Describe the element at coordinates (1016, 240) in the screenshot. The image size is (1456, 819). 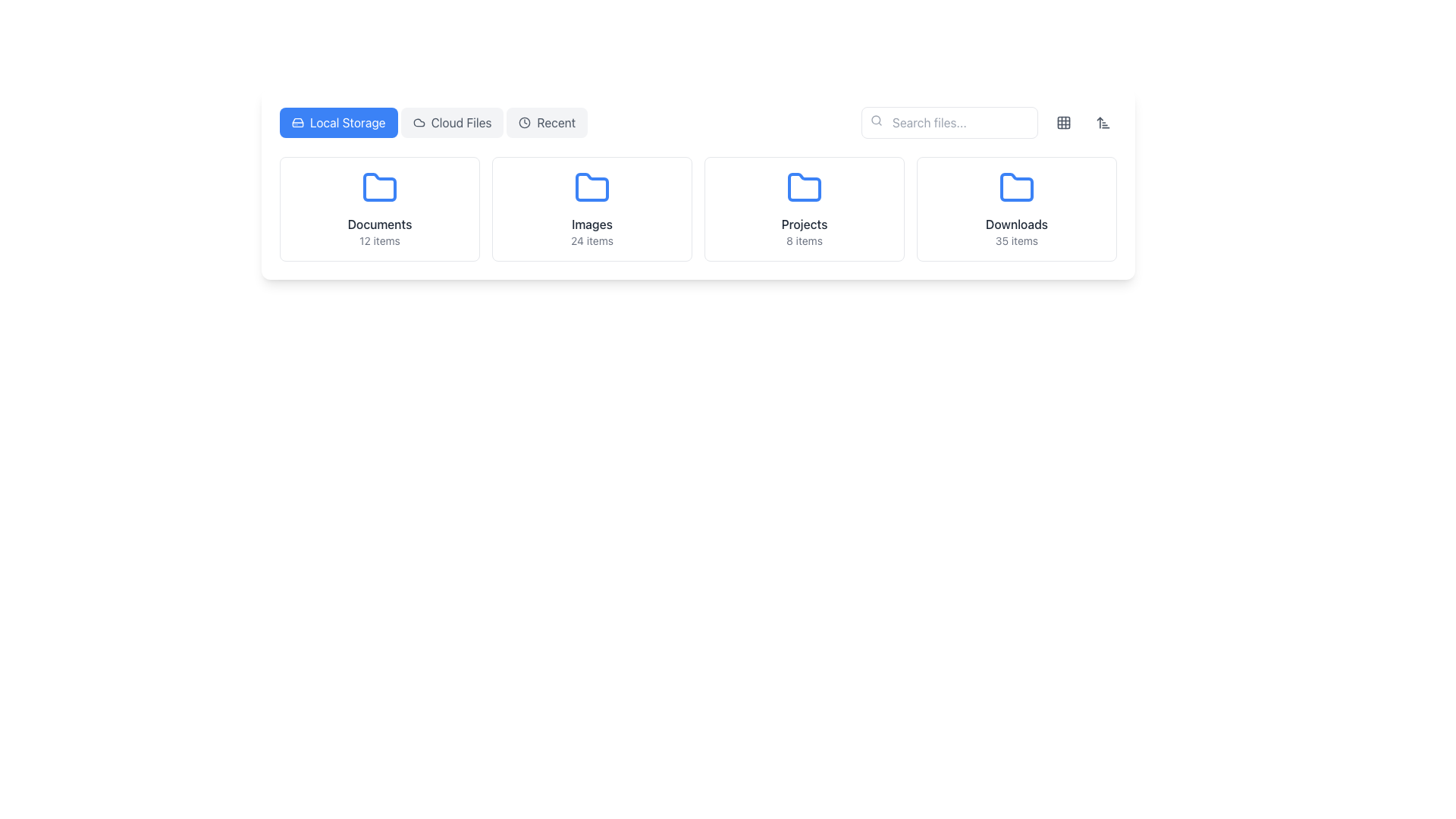
I see `the gray text label displaying '35 items', which is located under the title 'Downloads' and is part of the section for folders` at that location.